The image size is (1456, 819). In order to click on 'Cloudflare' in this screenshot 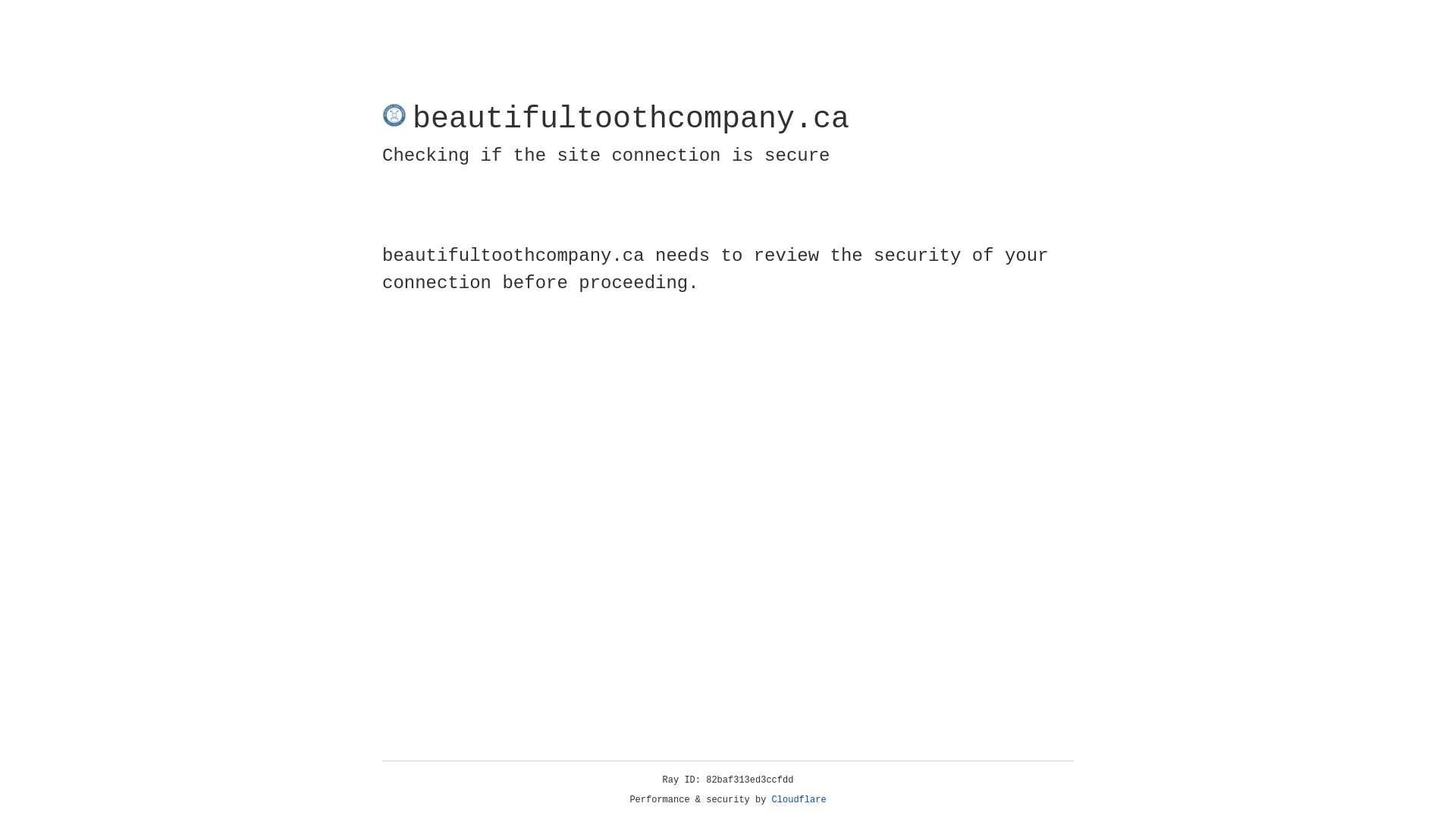, I will do `click(799, 799)`.